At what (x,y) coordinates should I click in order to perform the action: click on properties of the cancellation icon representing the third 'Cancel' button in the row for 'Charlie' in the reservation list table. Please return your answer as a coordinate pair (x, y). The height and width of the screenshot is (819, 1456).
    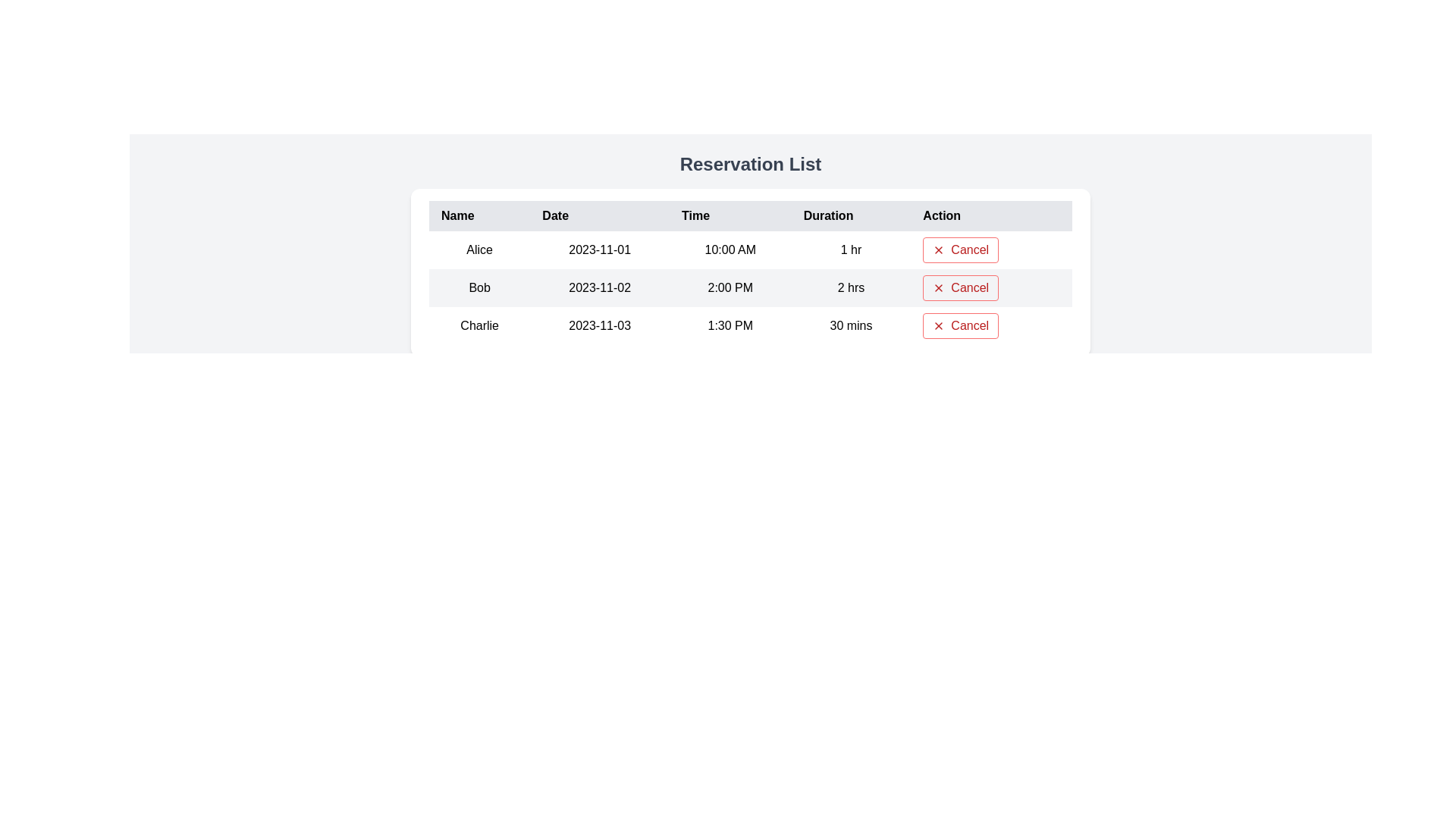
    Looking at the image, I should click on (938, 325).